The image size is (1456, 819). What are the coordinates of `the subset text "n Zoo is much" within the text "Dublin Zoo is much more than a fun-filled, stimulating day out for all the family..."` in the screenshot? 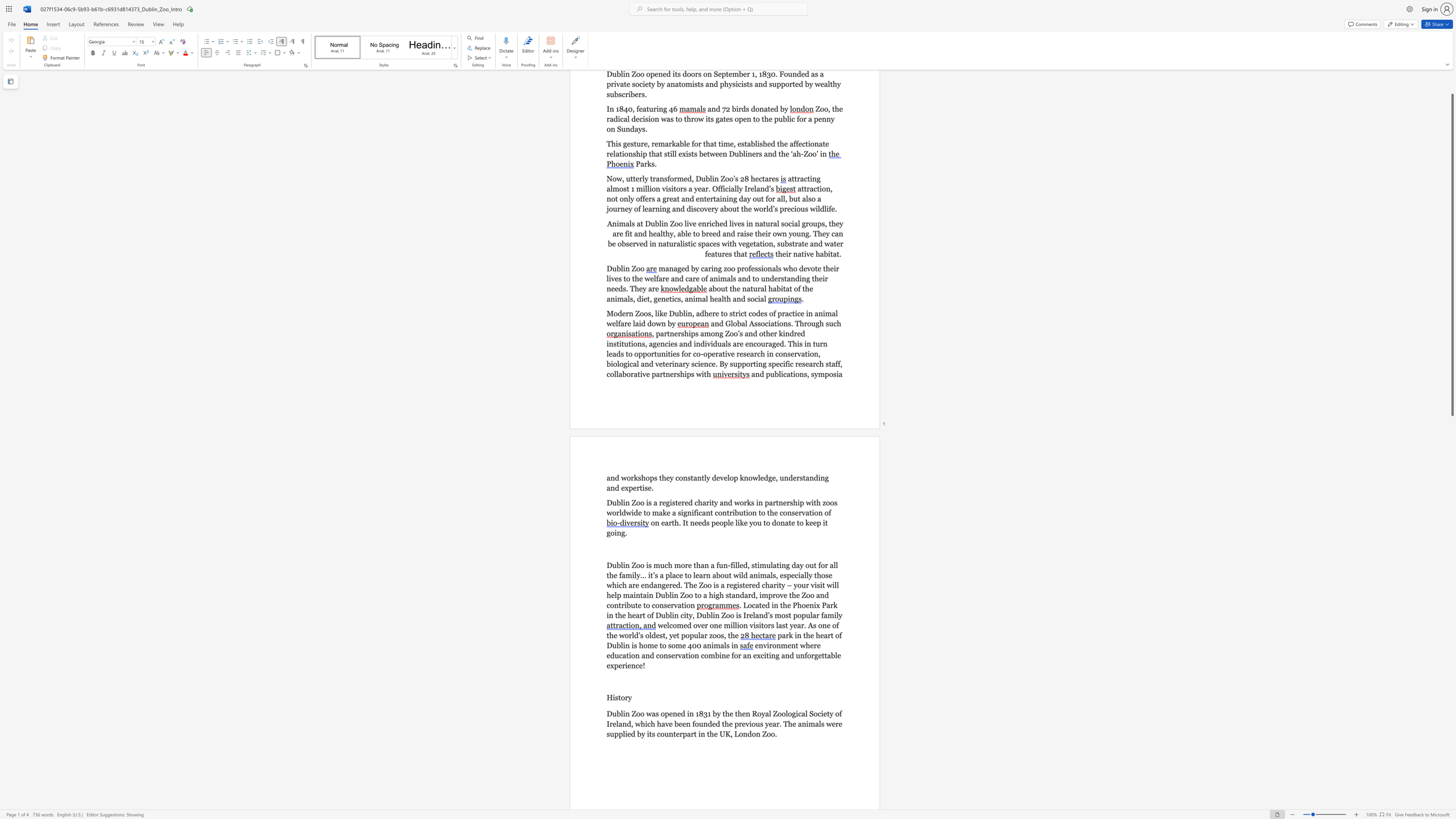 It's located at (625, 564).